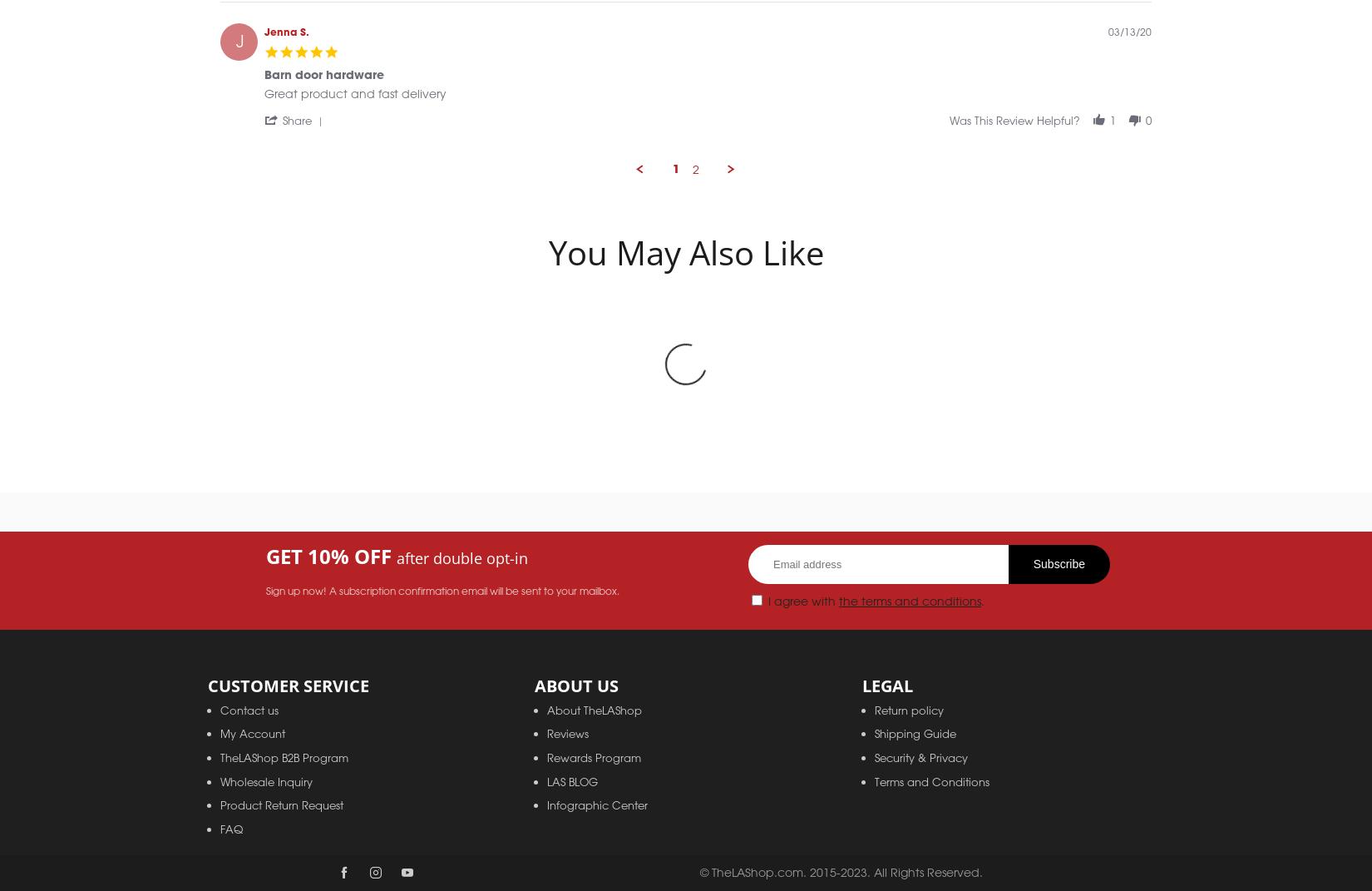 Image resolution: width=1372 pixels, height=891 pixels. What do you see at coordinates (324, 93) in the screenshot?
I see `'Barn door hardware'` at bounding box center [324, 93].